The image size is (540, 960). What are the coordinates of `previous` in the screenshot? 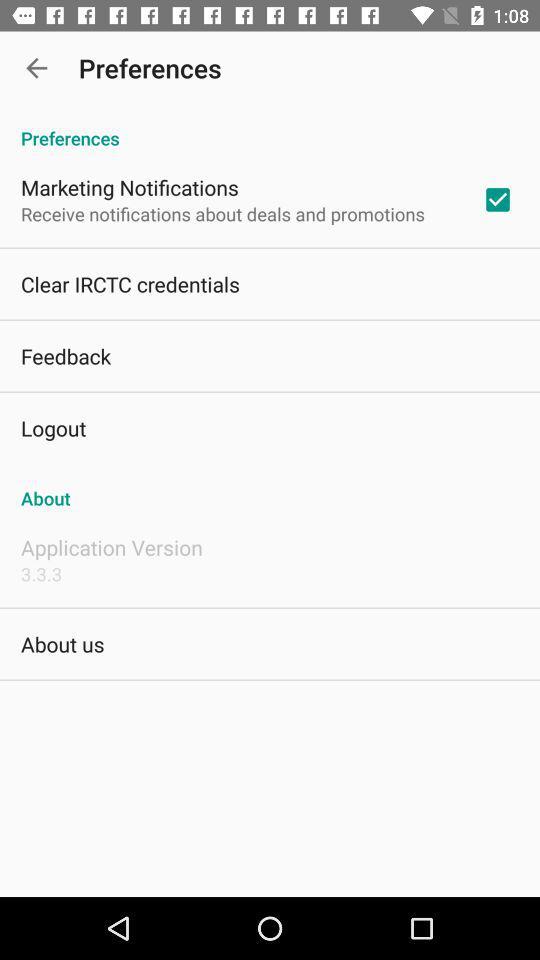 It's located at (36, 68).